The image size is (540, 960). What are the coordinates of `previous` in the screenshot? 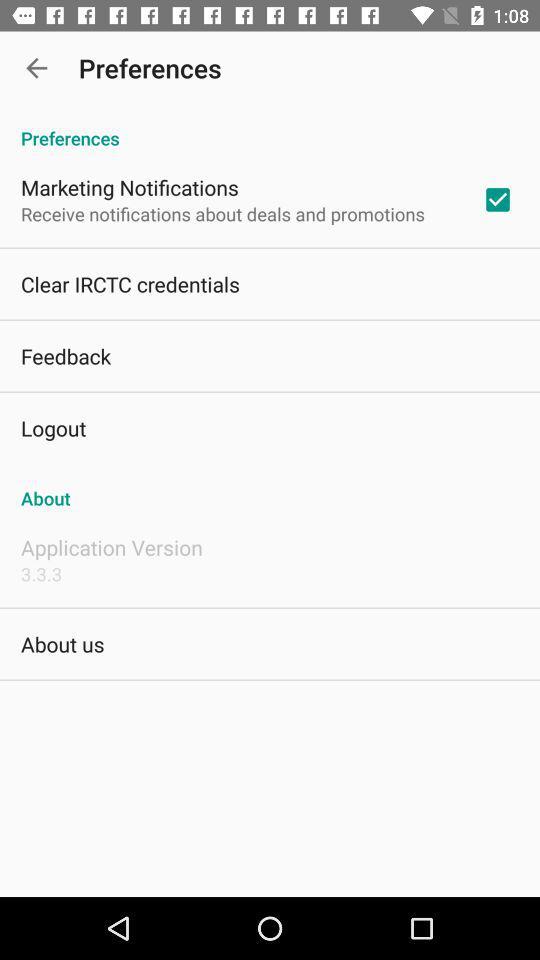 It's located at (36, 68).